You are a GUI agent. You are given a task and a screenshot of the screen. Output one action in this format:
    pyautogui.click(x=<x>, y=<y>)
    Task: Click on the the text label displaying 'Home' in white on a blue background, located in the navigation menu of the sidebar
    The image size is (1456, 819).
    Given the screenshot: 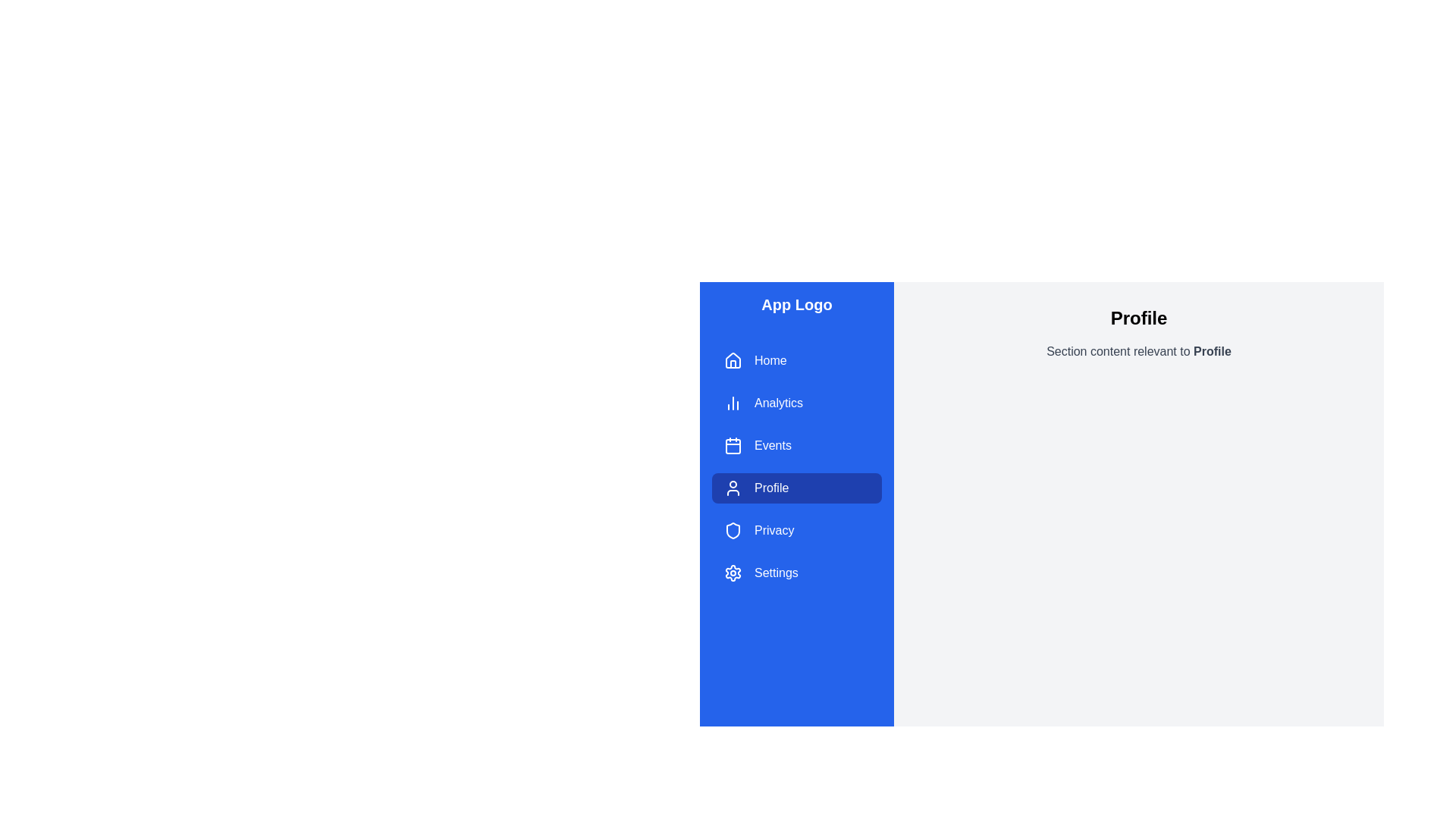 What is the action you would take?
    pyautogui.click(x=770, y=360)
    